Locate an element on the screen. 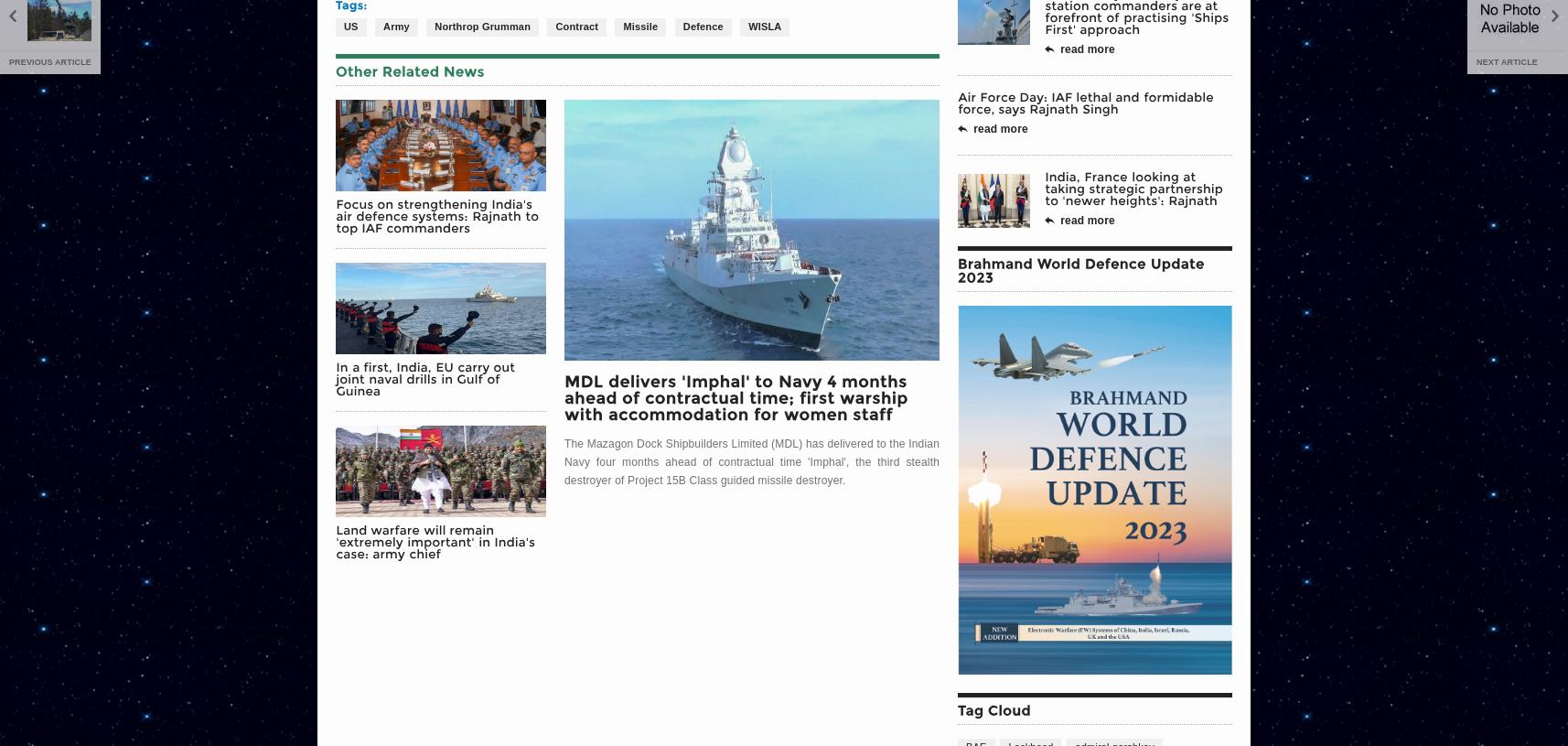 The image size is (1568, 746). 'Previous Article' is located at coordinates (48, 60).